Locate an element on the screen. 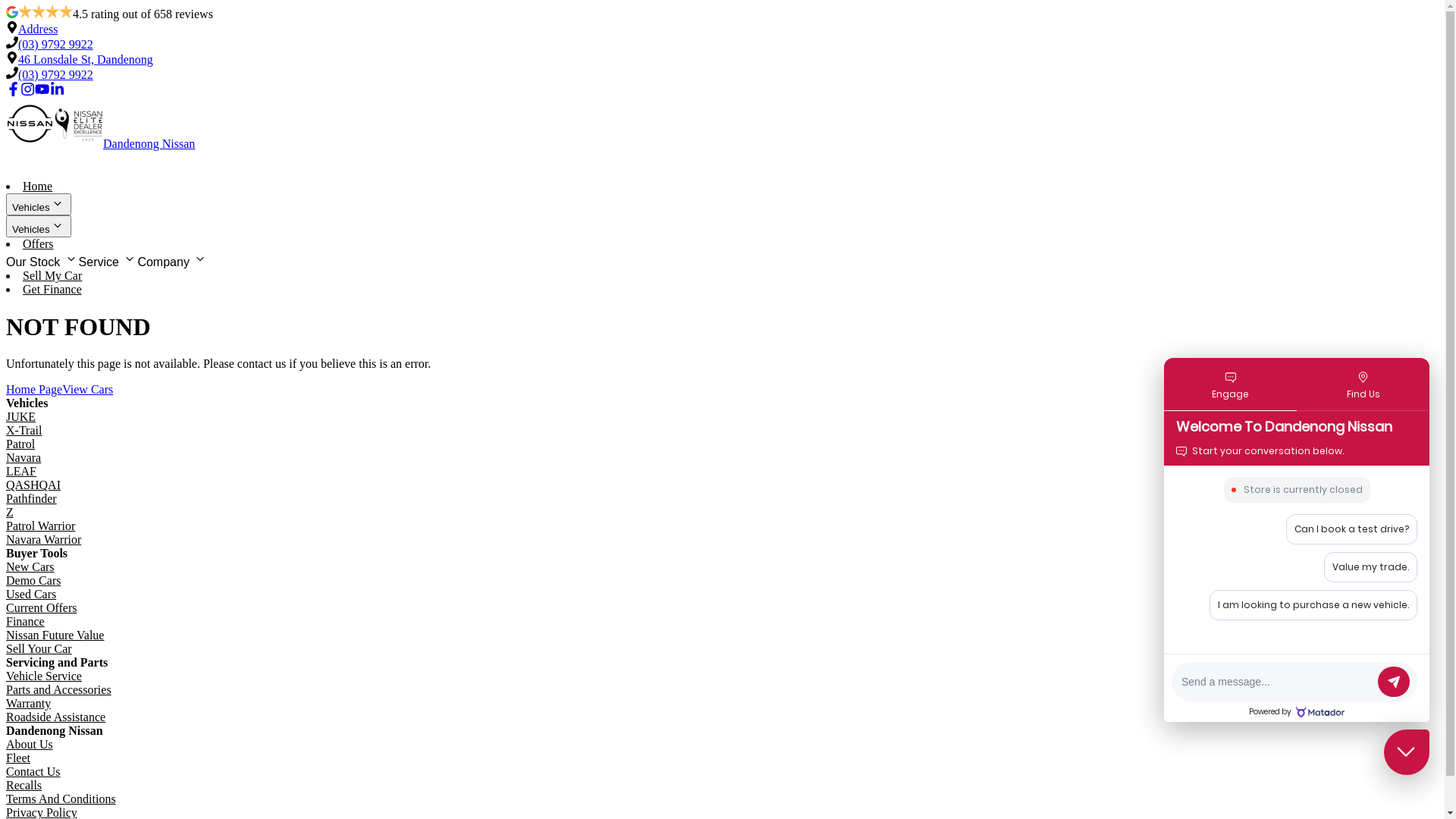 The width and height of the screenshot is (1456, 819). 'Terms And Conditions' is located at coordinates (61, 798).